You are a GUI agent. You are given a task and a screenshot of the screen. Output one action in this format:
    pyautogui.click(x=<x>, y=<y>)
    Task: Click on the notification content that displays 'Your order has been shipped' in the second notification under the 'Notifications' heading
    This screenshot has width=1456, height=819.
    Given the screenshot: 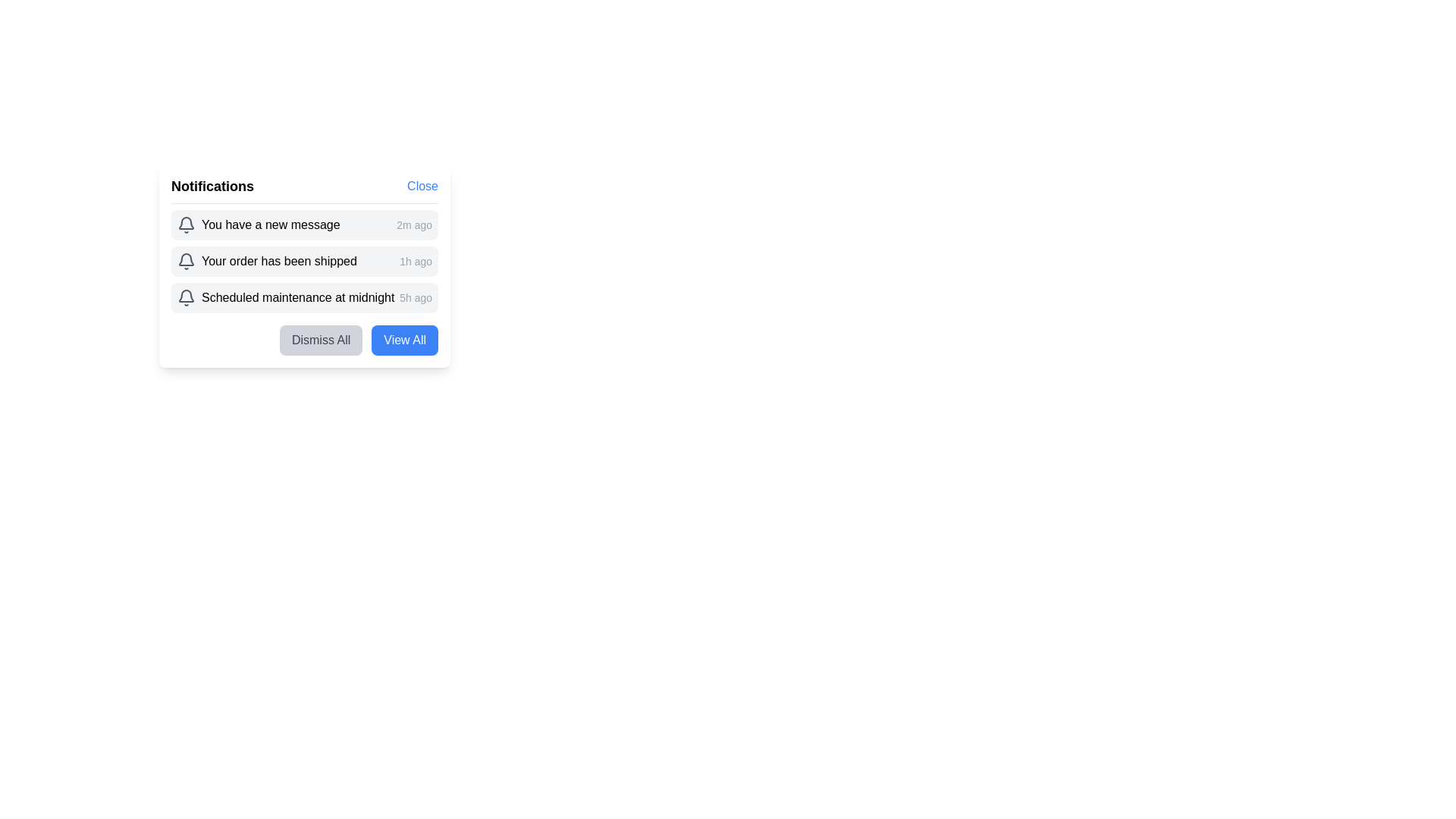 What is the action you would take?
    pyautogui.click(x=304, y=260)
    